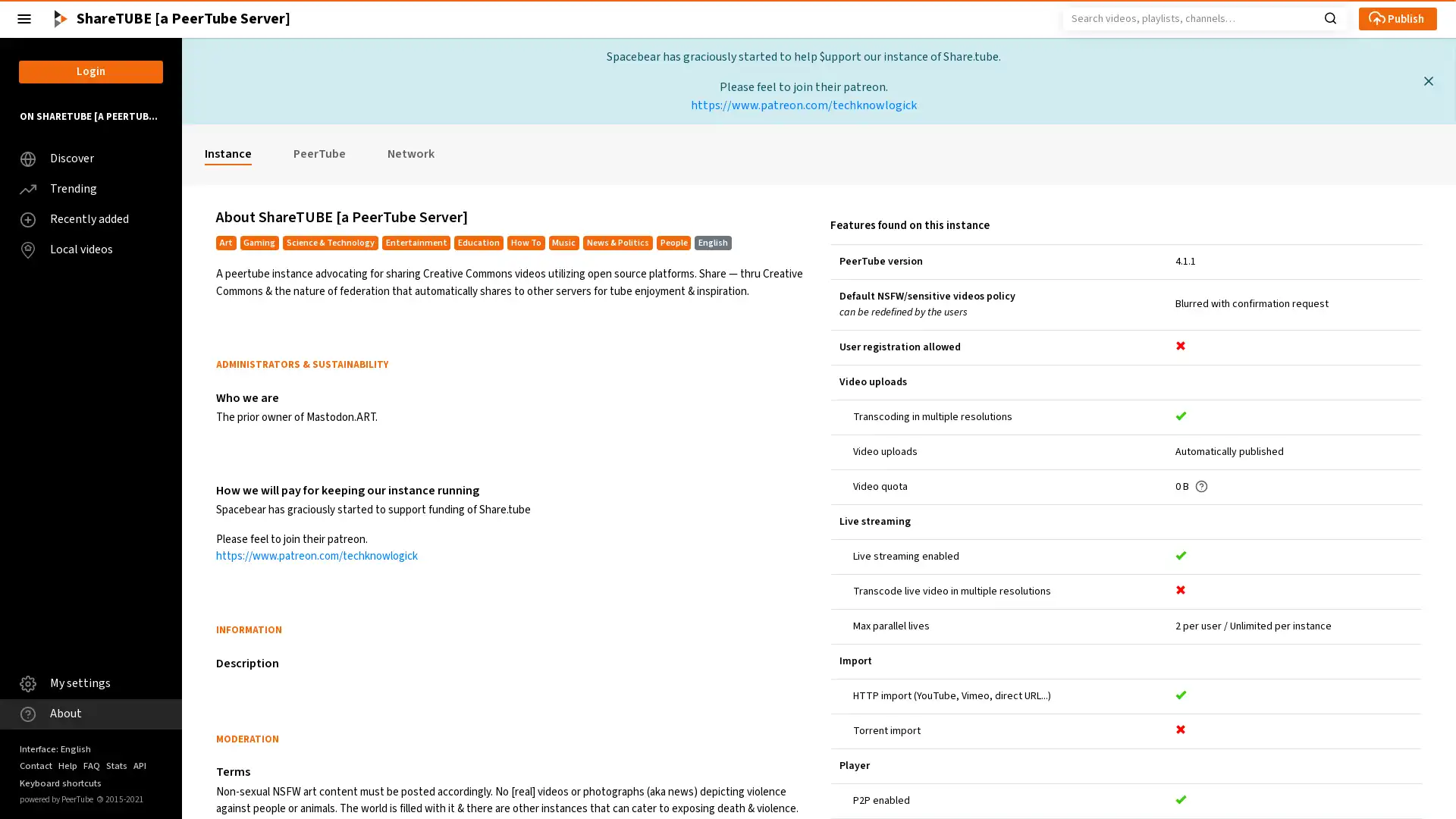 This screenshot has height=819, width=1456. Describe the element at coordinates (24, 18) in the screenshot. I see `Close the left menu` at that location.